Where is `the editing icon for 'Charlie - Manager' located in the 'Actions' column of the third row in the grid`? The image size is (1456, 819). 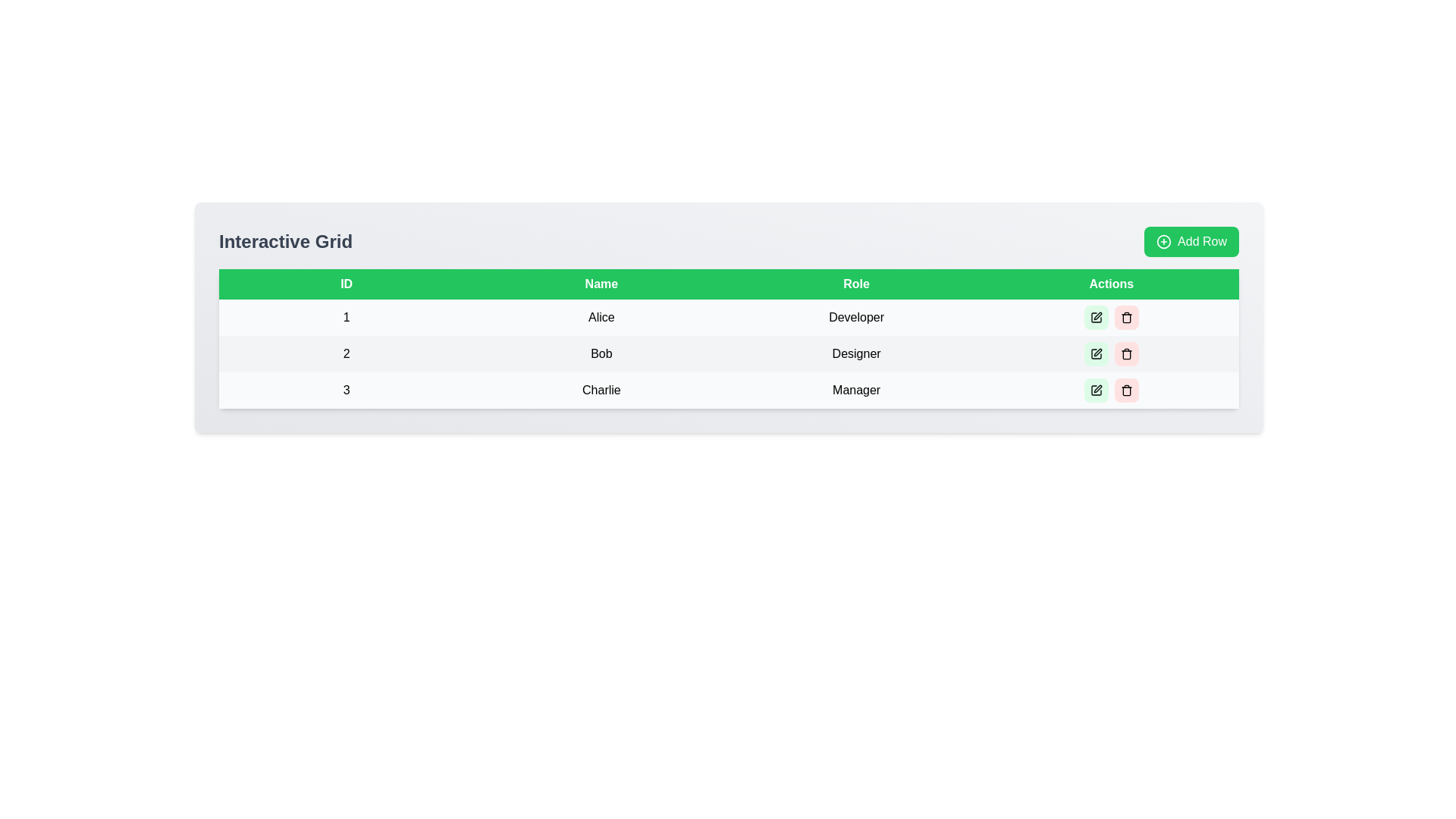 the editing icon for 'Charlie - Manager' located in the 'Actions' column of the third row in the grid is located at coordinates (1096, 390).